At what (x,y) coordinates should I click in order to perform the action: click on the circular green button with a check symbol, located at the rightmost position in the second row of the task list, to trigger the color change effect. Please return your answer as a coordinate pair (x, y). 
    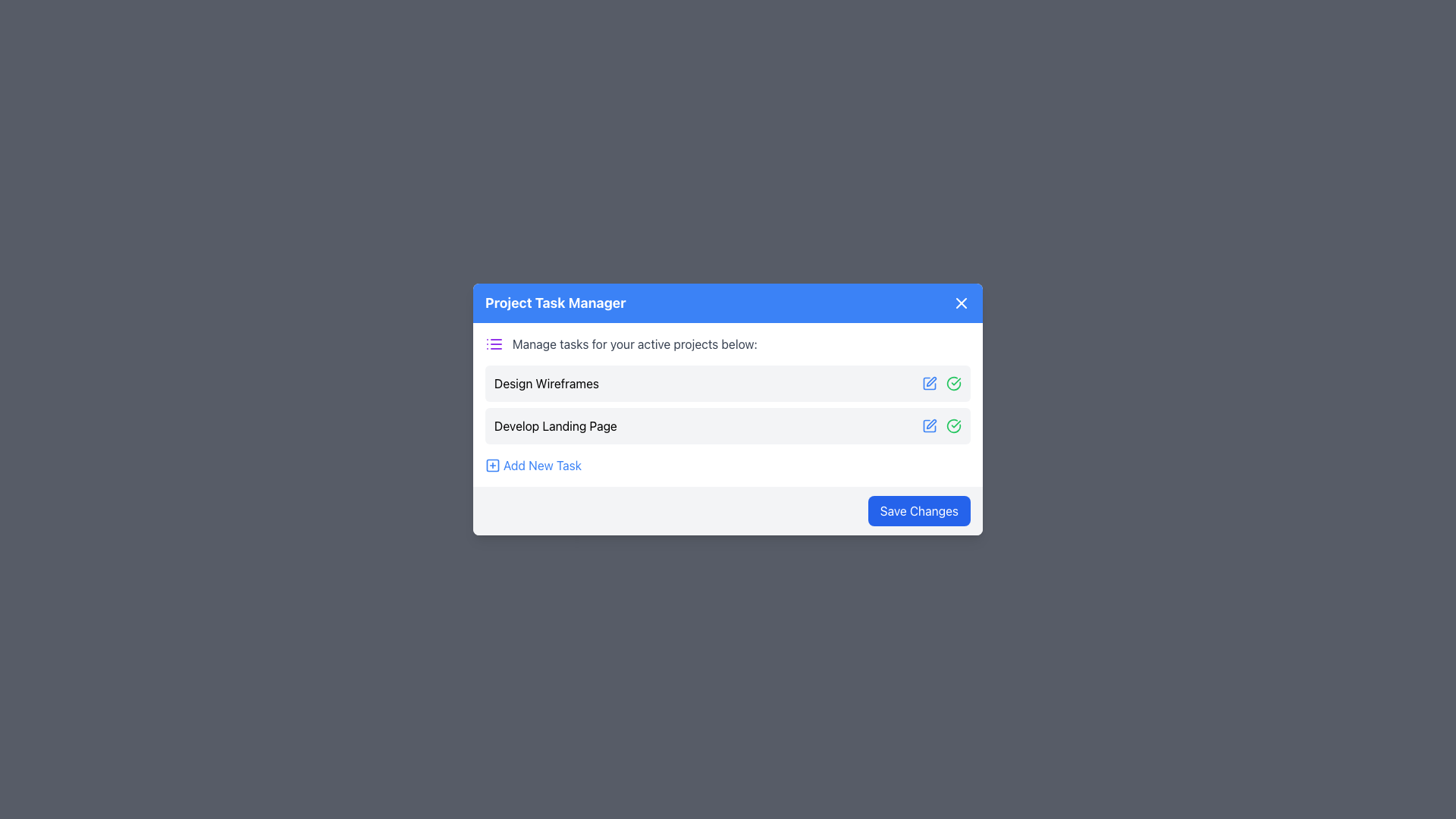
    Looking at the image, I should click on (952, 382).